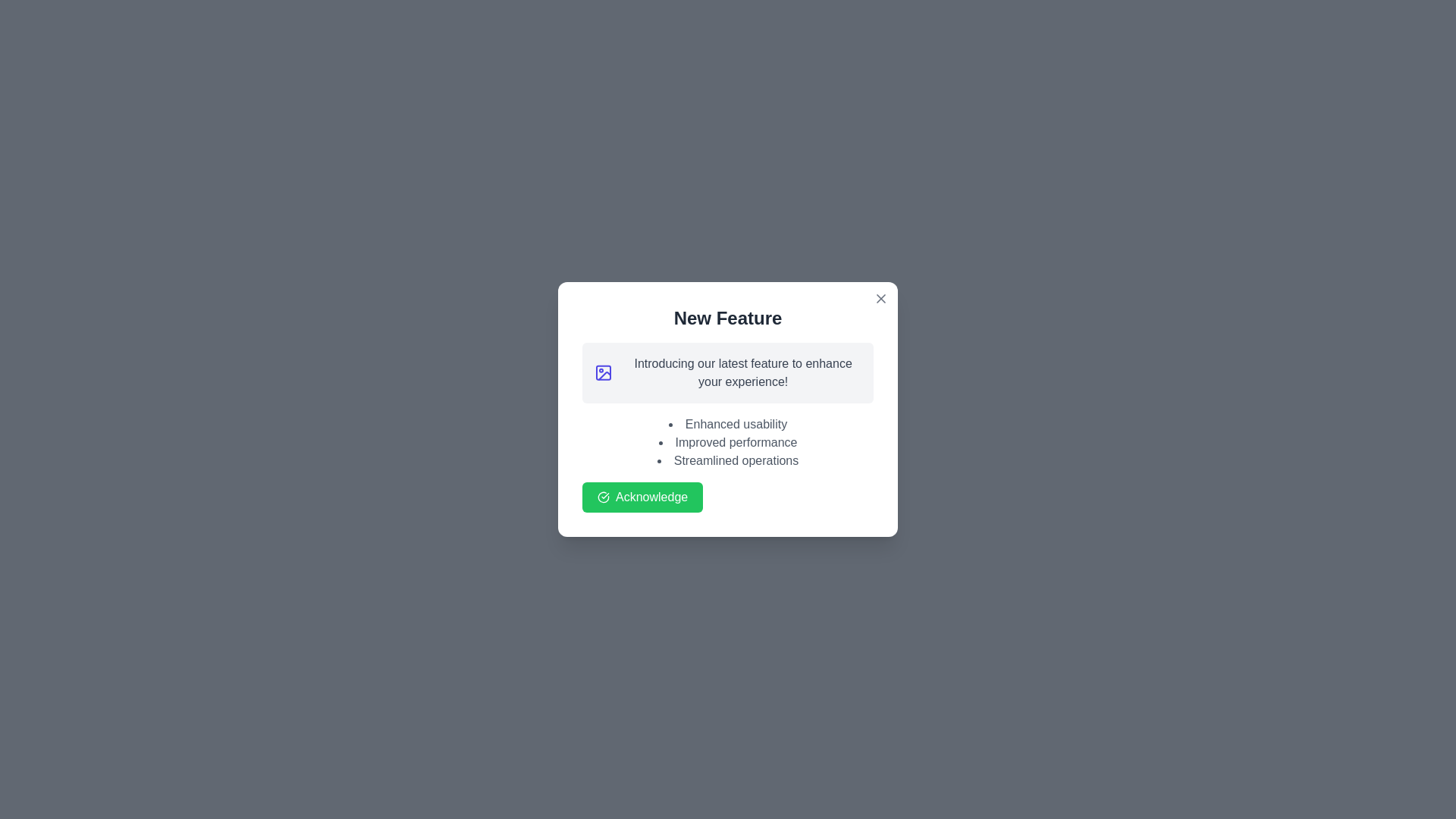 The height and width of the screenshot is (819, 1456). What do you see at coordinates (728, 373) in the screenshot?
I see `the text block with an accompanying icon that introduces and highlights a new feature, which is located within a modal box, directly below the 'New Feature' title` at bounding box center [728, 373].